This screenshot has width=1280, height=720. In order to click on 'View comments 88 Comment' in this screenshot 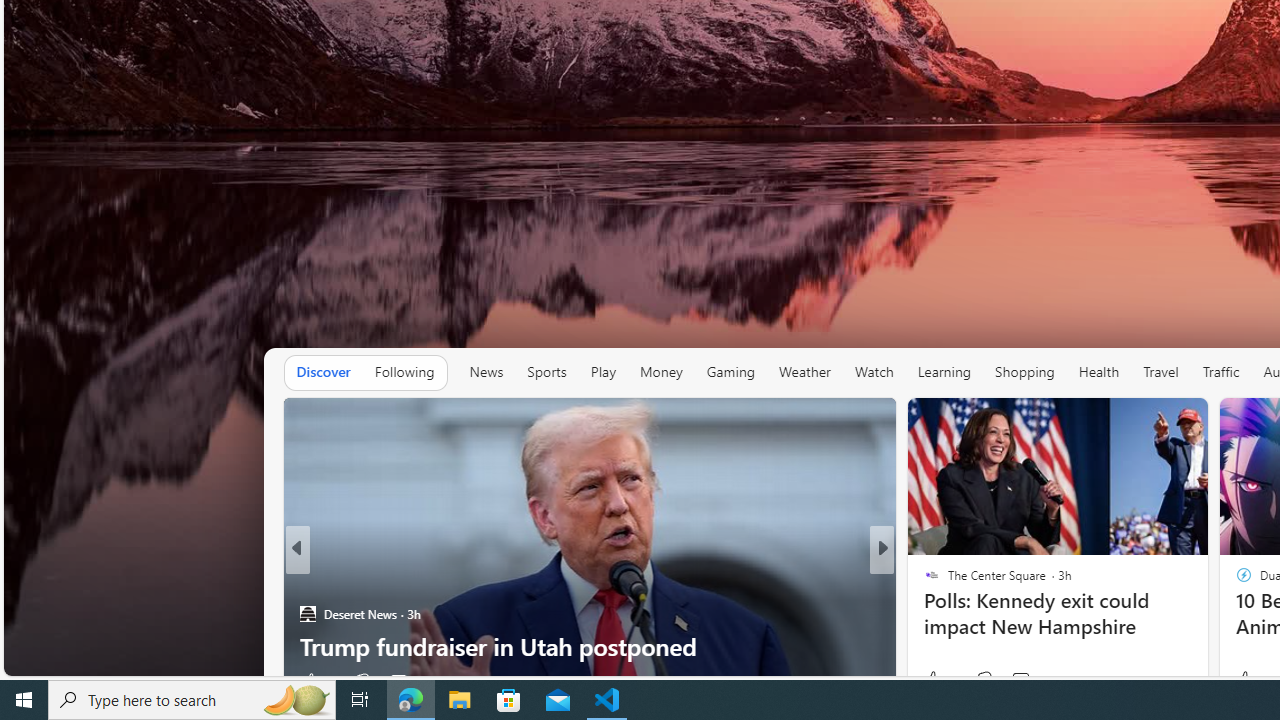, I will do `click(1029, 680)`.